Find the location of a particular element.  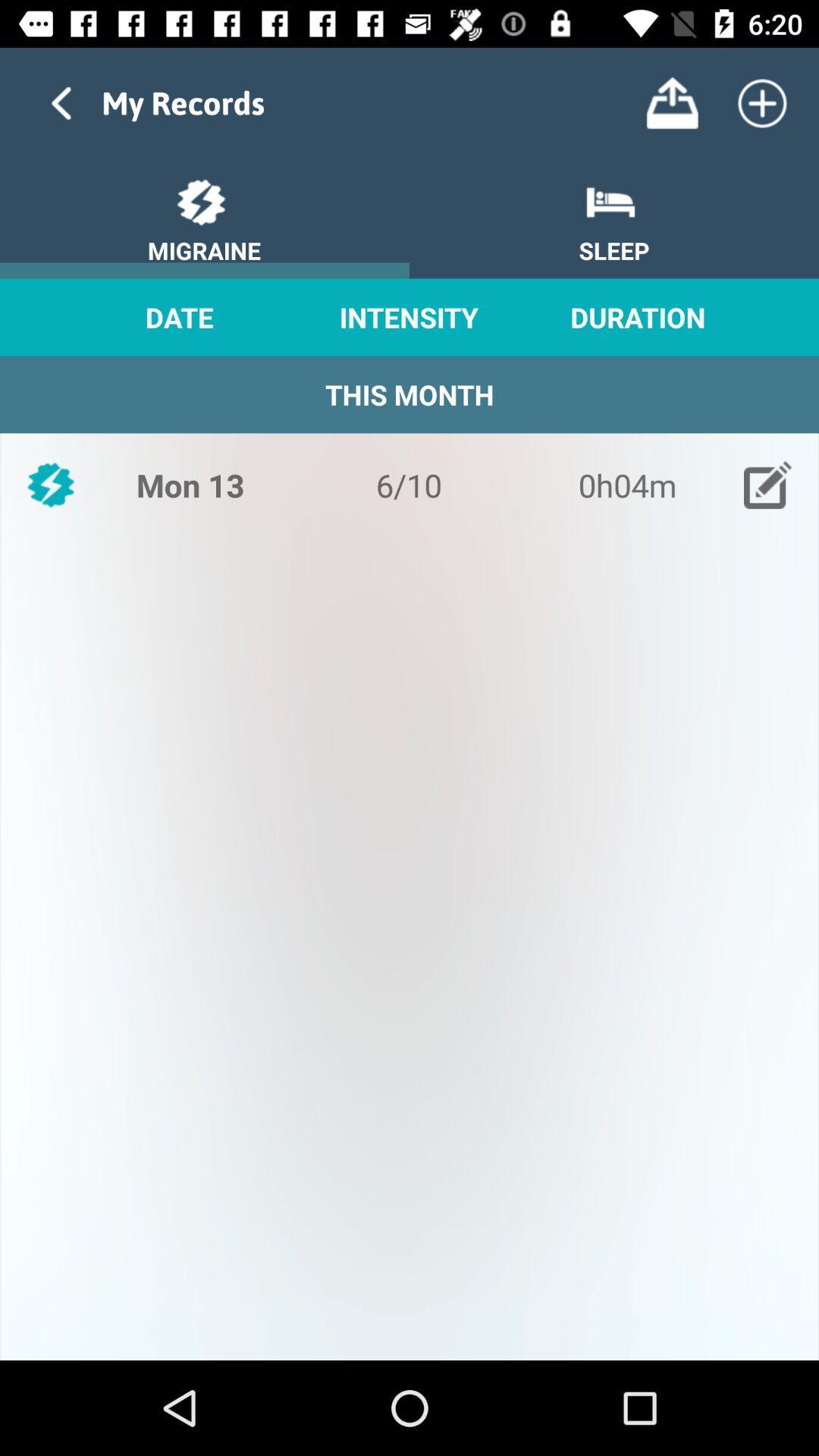

the button is used to upload is located at coordinates (671, 102).